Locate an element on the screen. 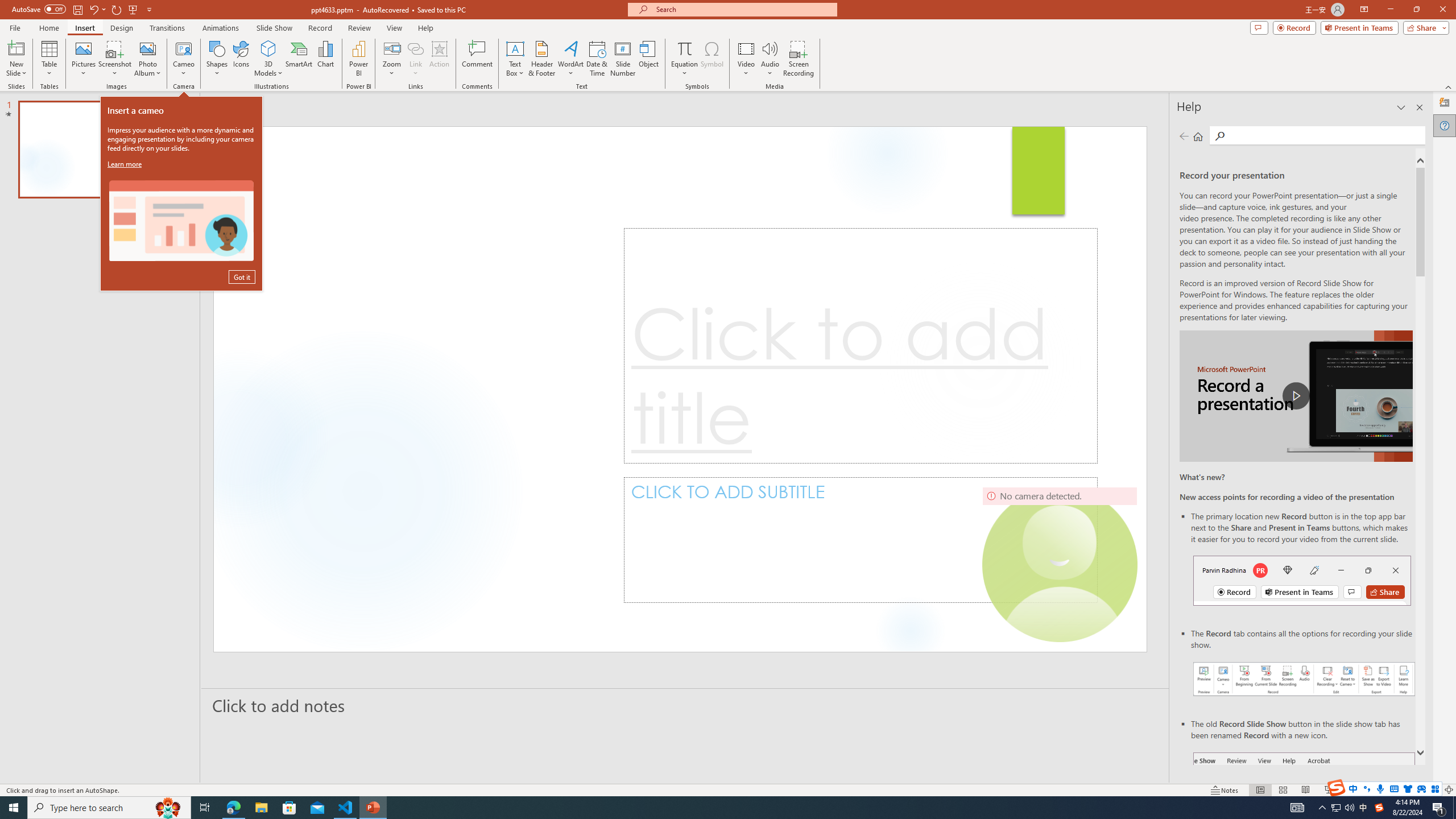 This screenshot has height=819, width=1456. '3D Models' is located at coordinates (268, 48).